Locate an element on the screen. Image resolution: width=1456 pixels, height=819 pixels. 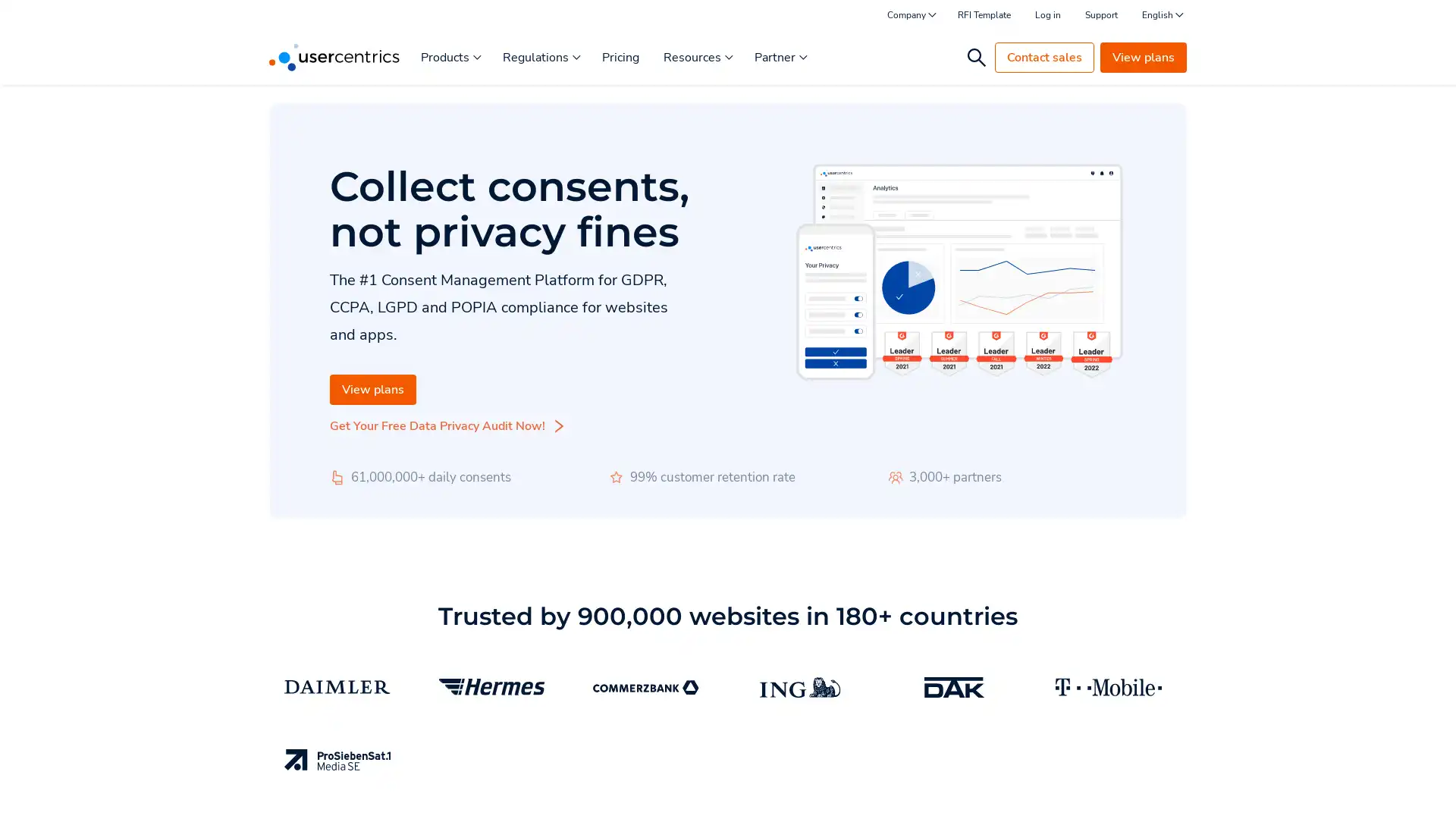
OK, Agree to CCPA is located at coordinates (1122, 785).